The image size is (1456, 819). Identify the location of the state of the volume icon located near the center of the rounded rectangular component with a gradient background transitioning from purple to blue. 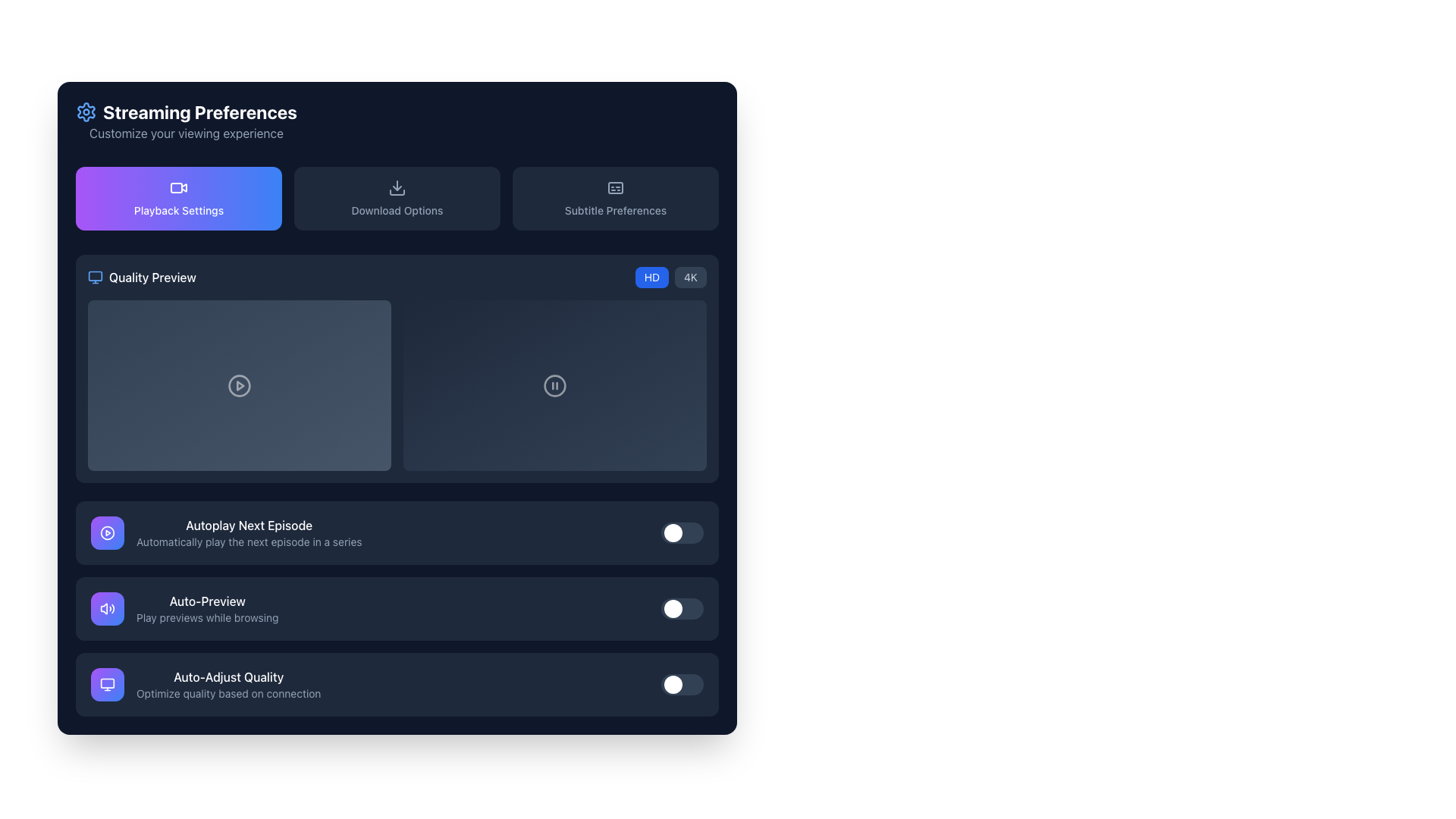
(107, 607).